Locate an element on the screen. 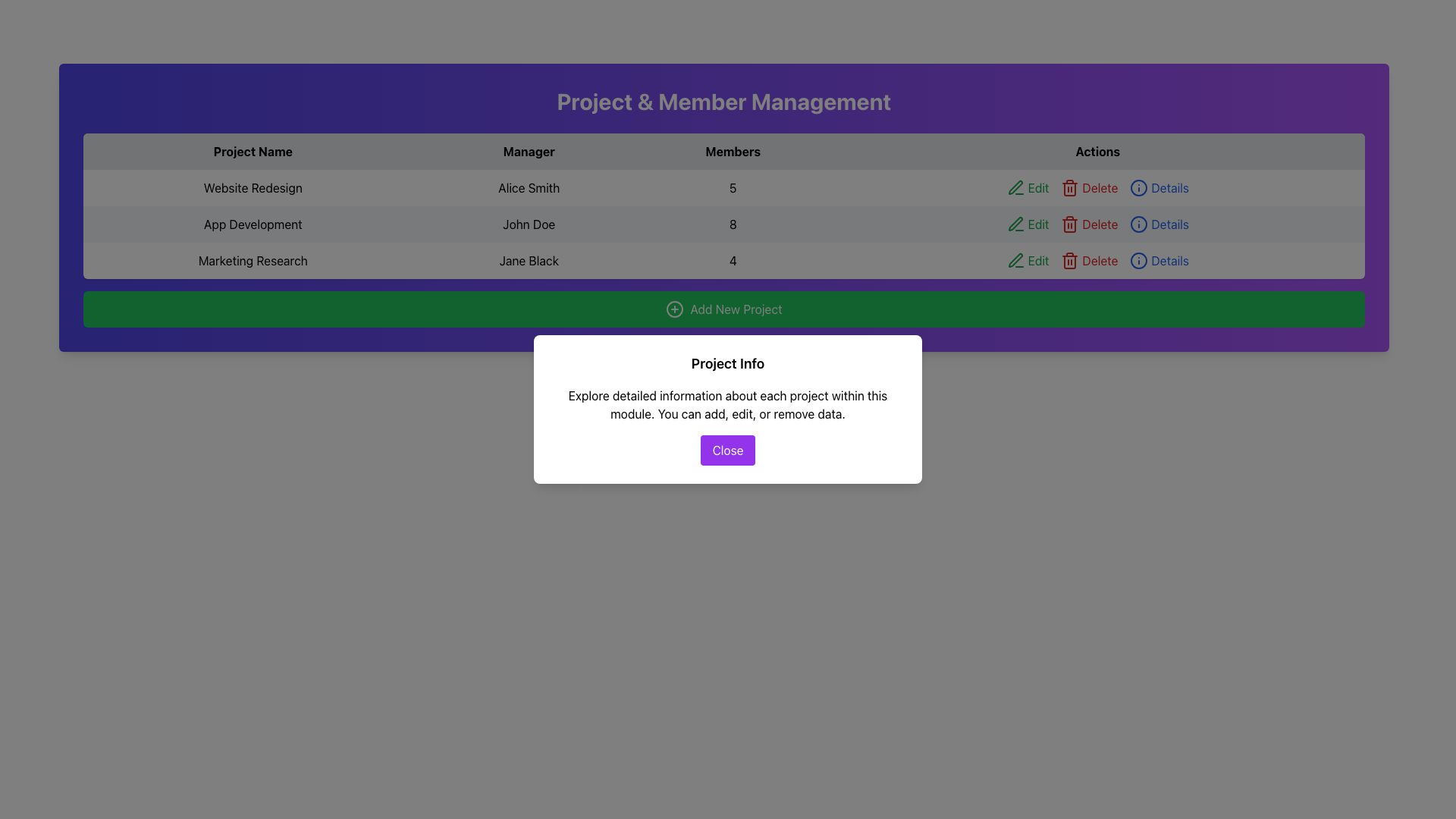 This screenshot has width=1456, height=819. the trash can icon located in the 'Delete' button of the last row in the table to initiate a delete action is located at coordinates (1069, 259).